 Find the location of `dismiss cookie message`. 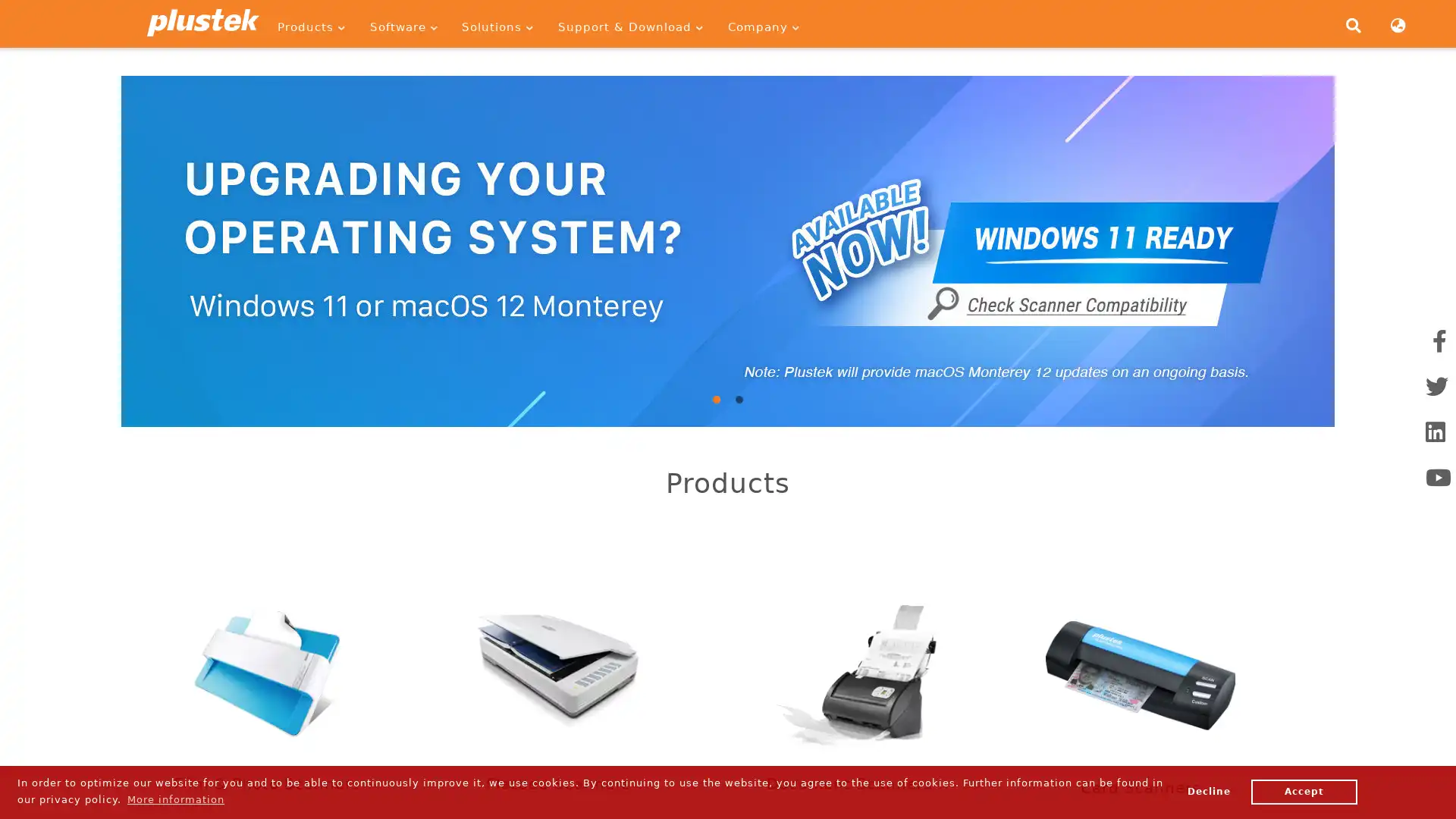

dismiss cookie message is located at coordinates (1303, 791).